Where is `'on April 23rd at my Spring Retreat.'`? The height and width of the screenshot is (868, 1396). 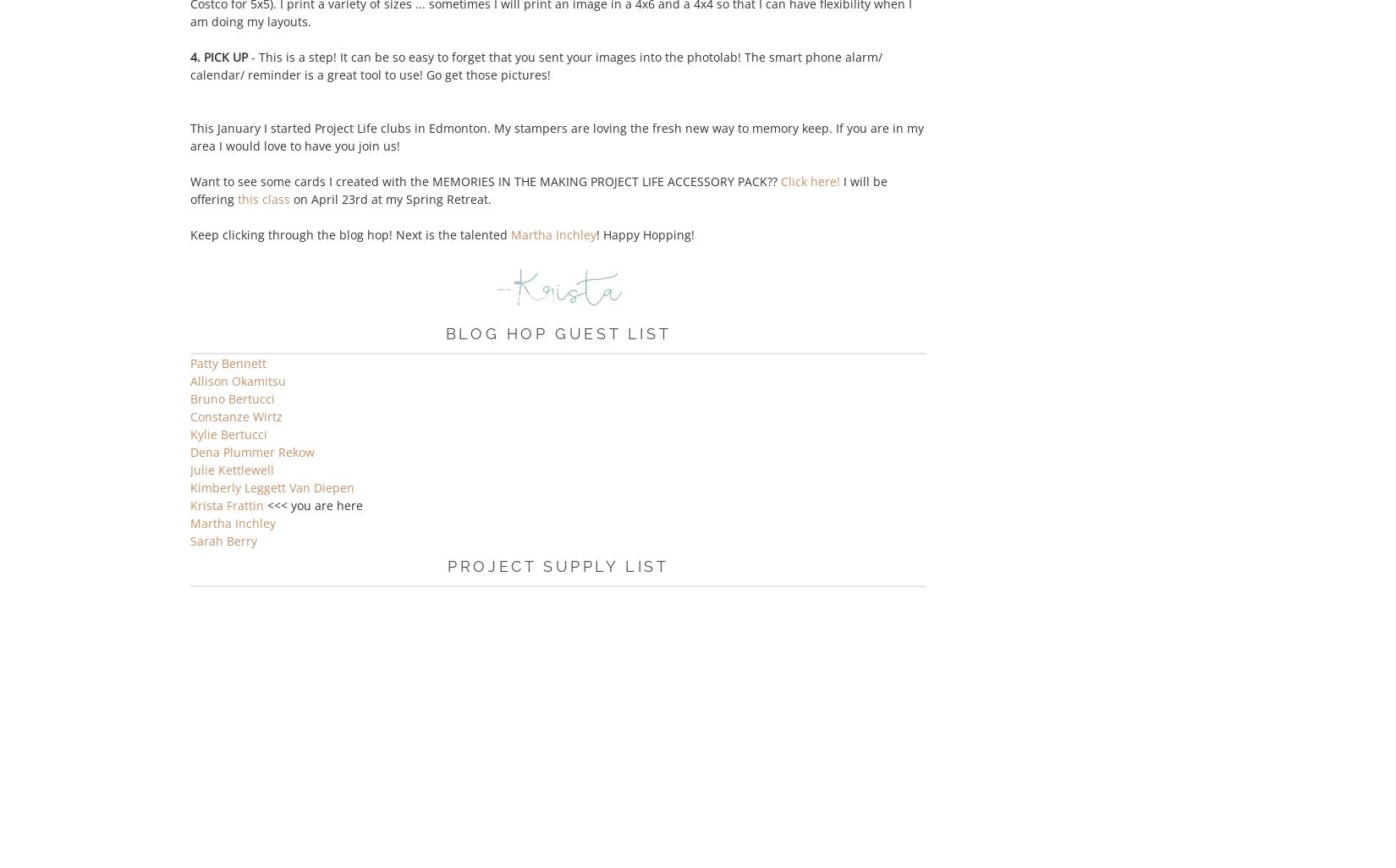
'on April 23rd at my Spring Retreat.' is located at coordinates (390, 199).